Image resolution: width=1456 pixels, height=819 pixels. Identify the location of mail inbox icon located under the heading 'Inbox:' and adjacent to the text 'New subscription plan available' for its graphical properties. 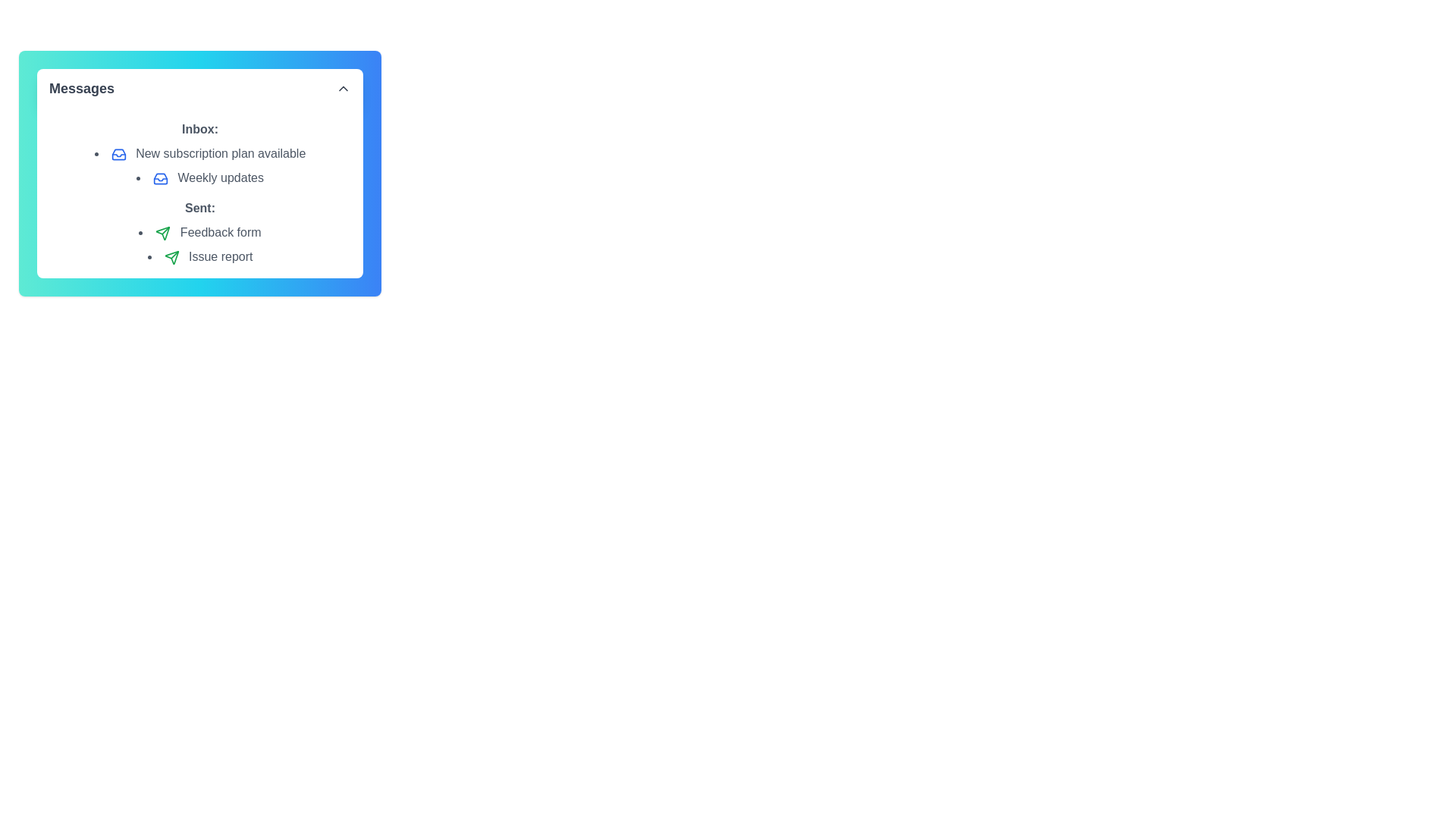
(160, 177).